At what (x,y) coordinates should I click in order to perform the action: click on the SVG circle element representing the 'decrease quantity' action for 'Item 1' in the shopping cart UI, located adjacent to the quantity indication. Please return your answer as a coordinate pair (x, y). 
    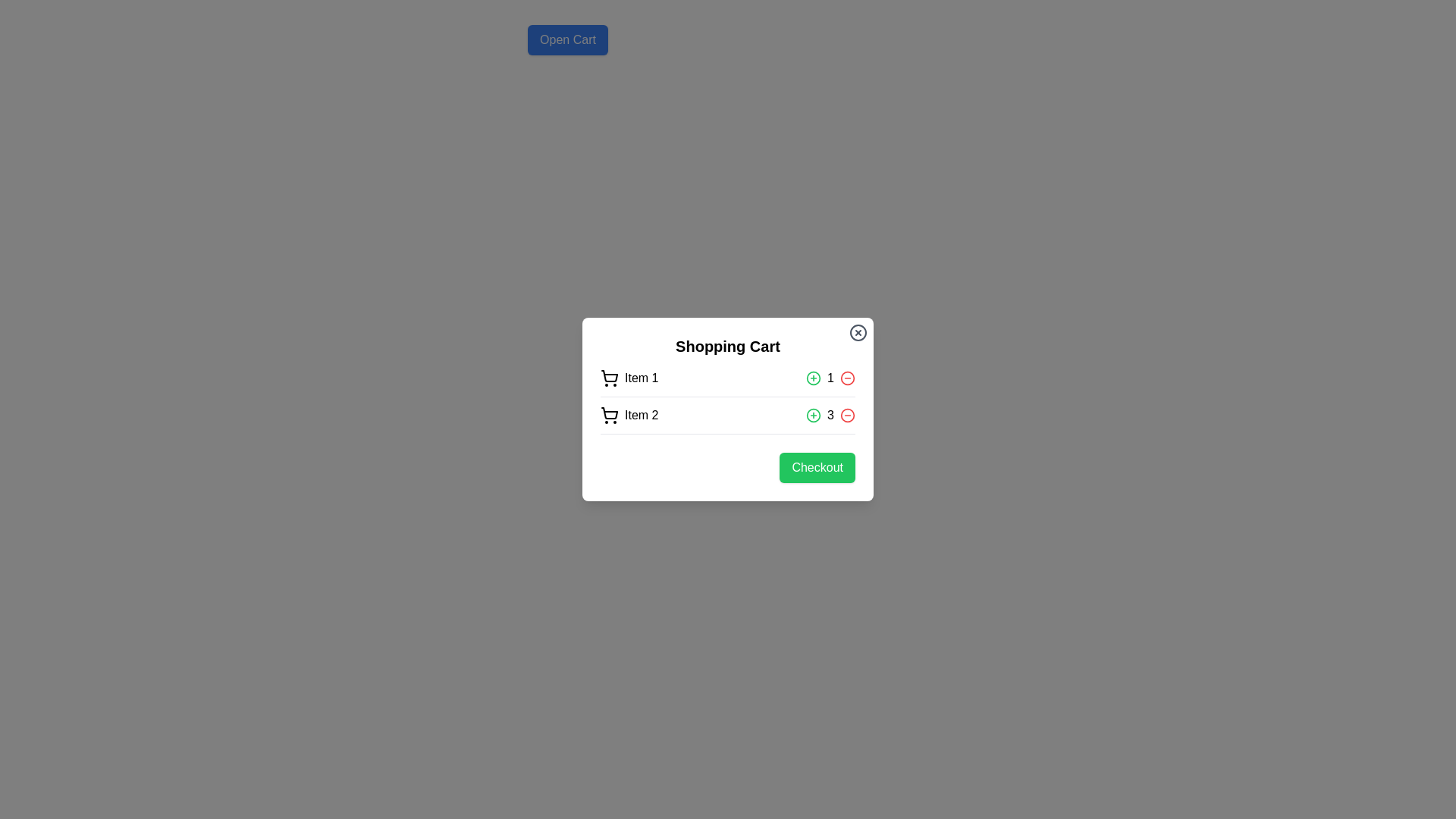
    Looking at the image, I should click on (847, 377).